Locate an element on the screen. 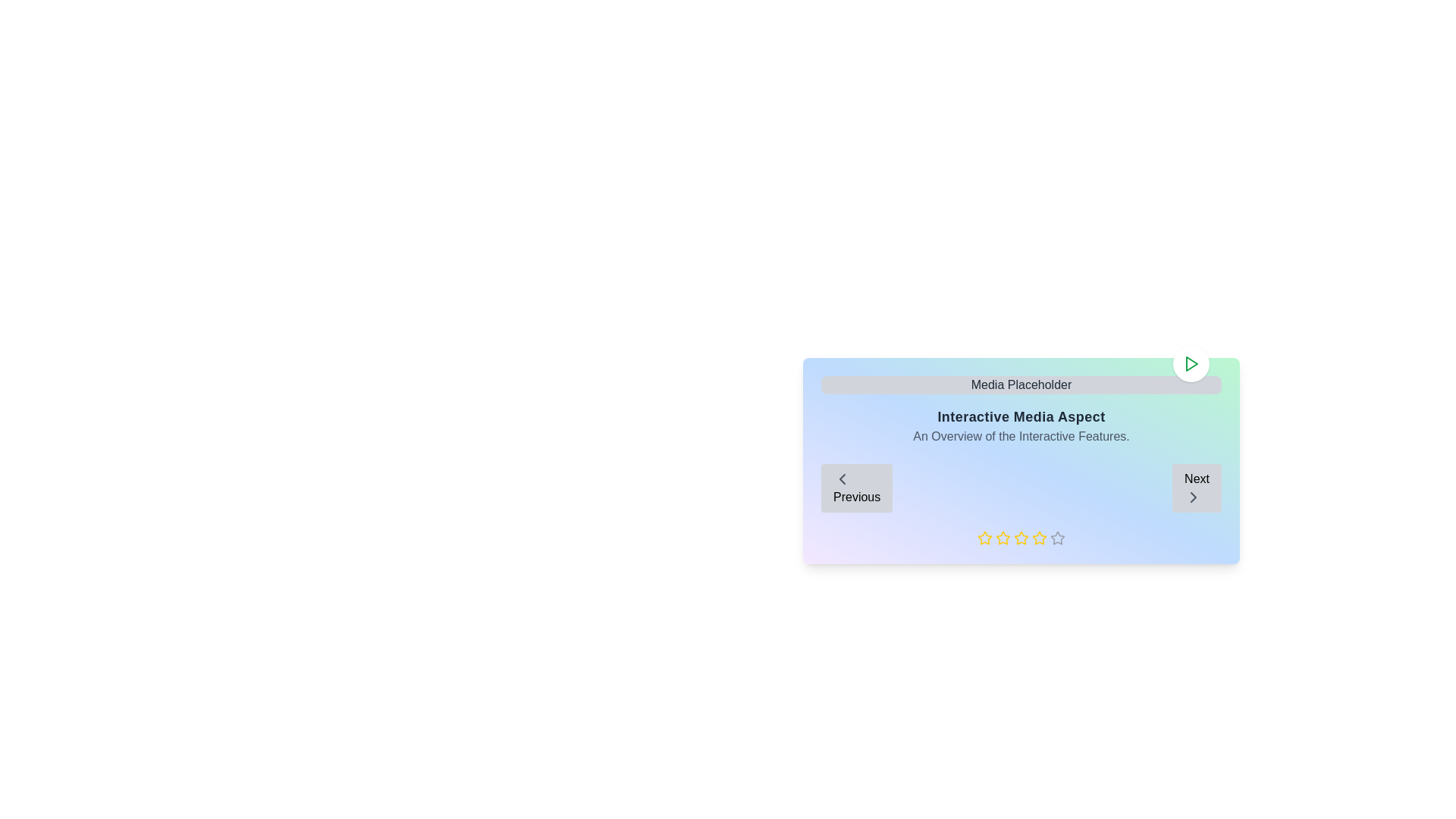 The height and width of the screenshot is (819, 1456). the right-facing chevron icon, which is dark gray and located at the right edge of the interface next to the 'Next' button is located at coordinates (1193, 497).